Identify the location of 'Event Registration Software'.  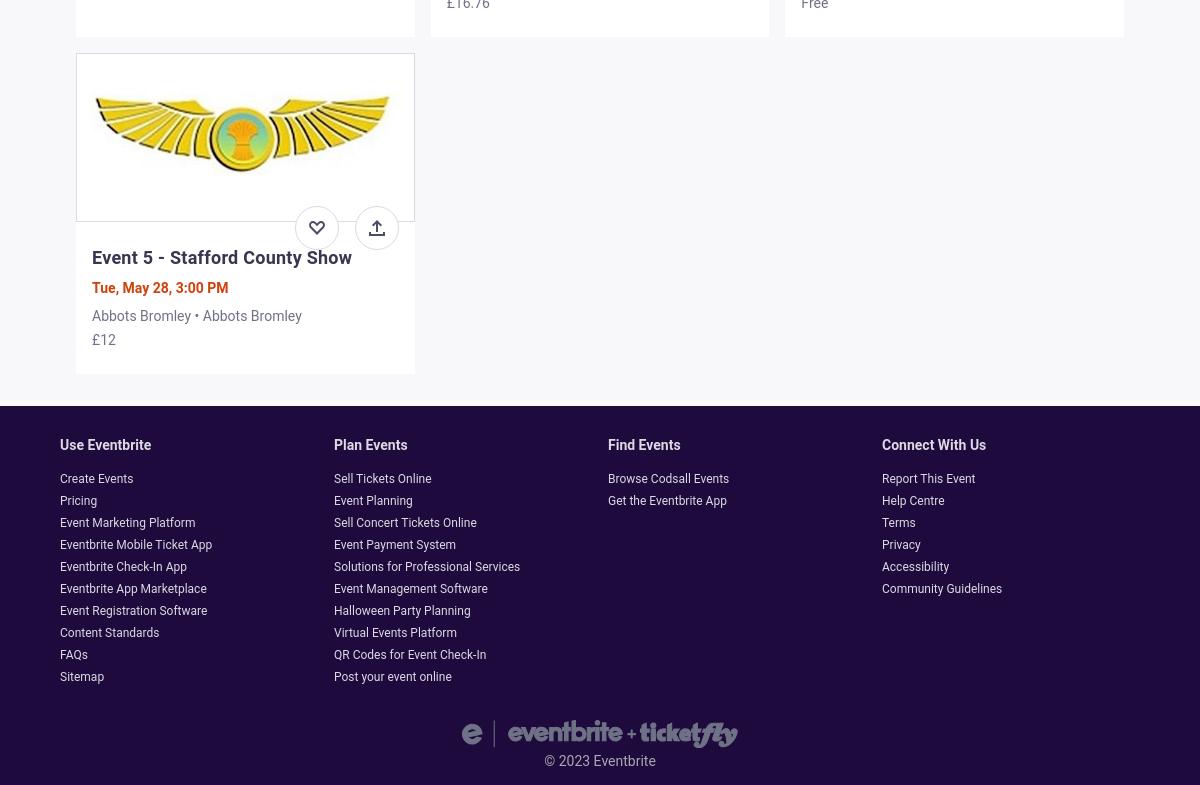
(133, 610).